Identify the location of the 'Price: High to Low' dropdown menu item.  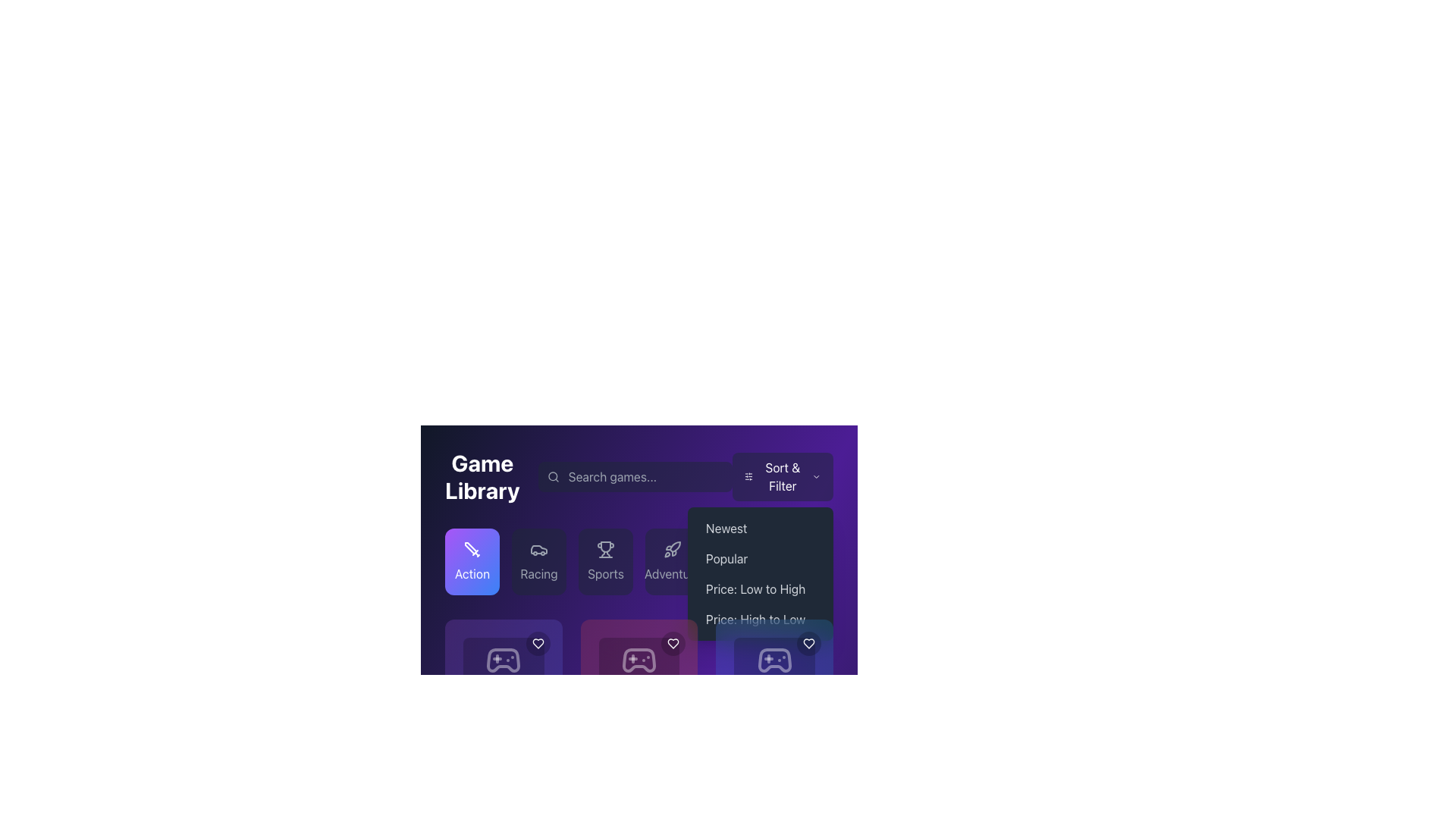
(761, 620).